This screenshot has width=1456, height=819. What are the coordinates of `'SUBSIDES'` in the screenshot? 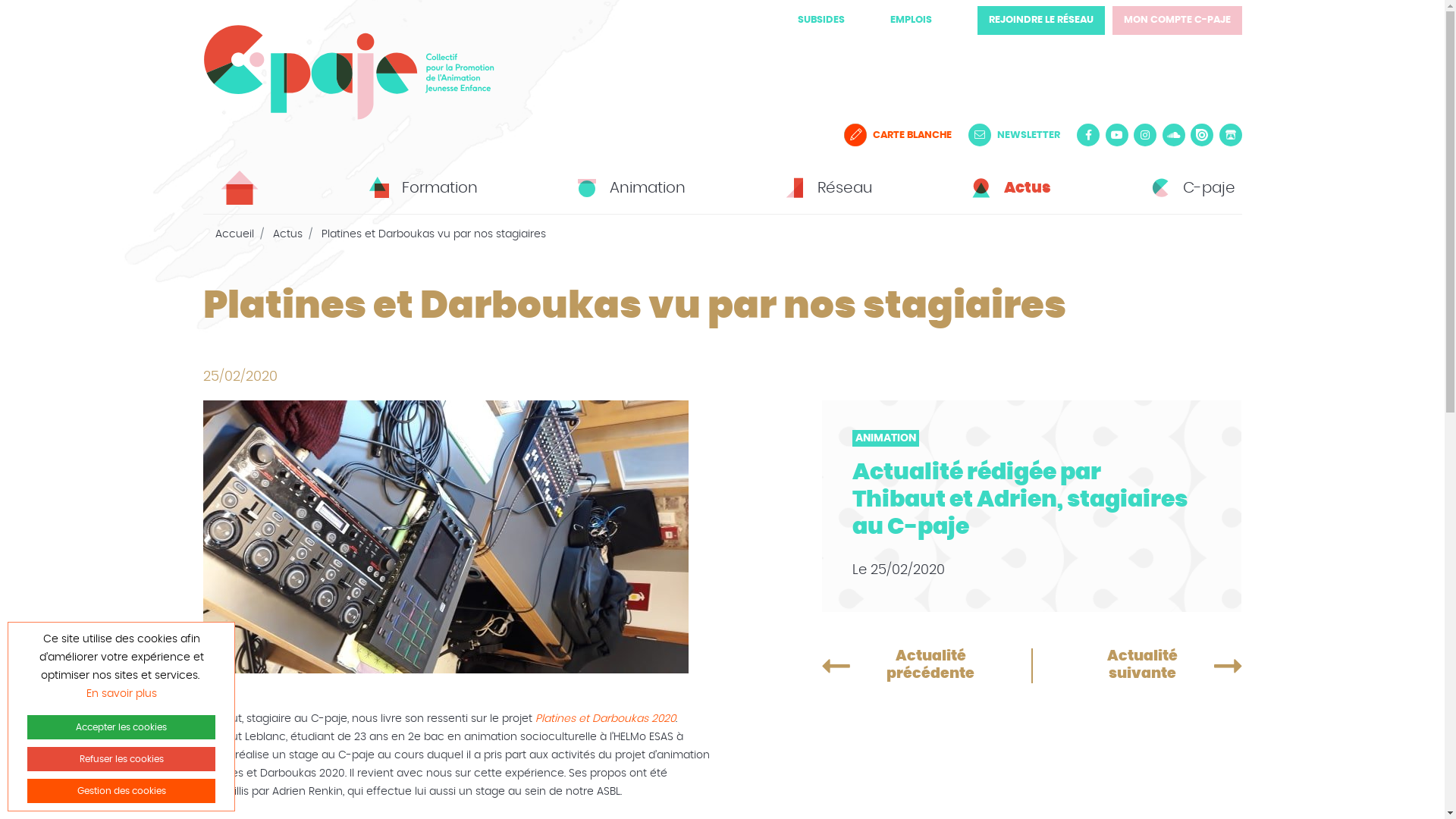 It's located at (821, 20).